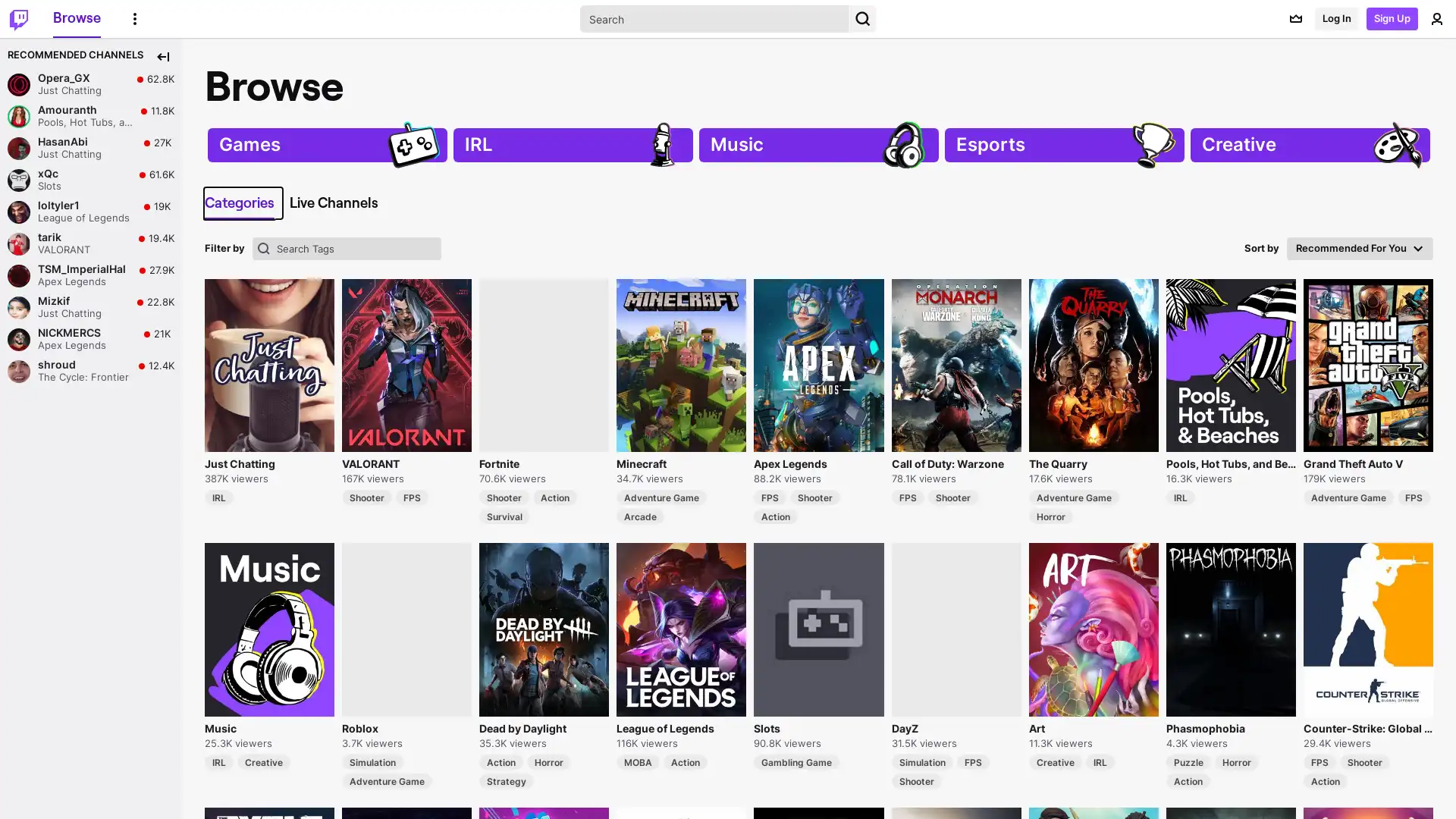  I want to click on Action, so click(554, 497).